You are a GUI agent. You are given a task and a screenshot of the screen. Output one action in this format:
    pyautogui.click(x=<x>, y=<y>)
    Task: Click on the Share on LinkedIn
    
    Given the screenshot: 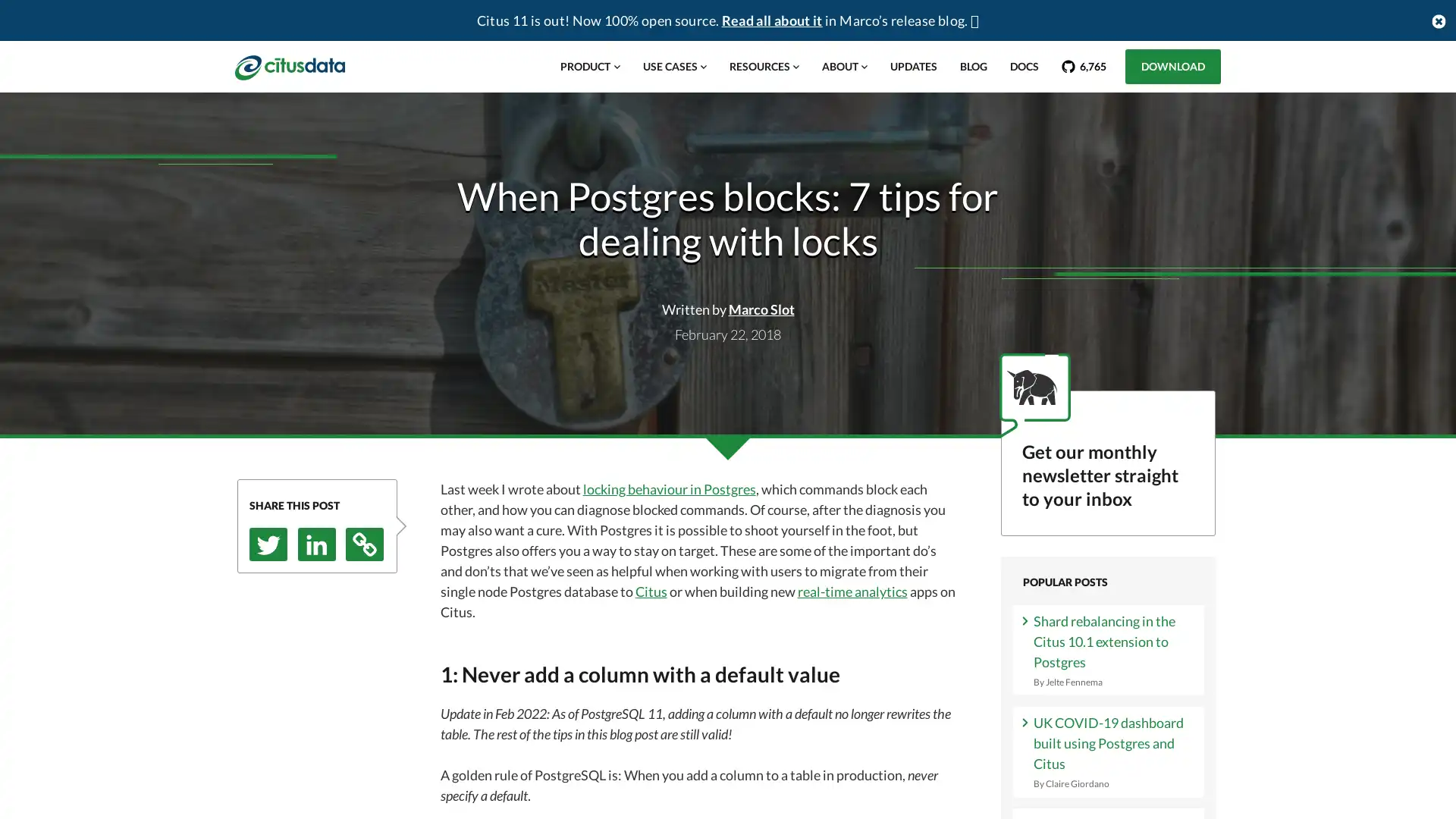 What is the action you would take?
    pyautogui.click(x=315, y=543)
    